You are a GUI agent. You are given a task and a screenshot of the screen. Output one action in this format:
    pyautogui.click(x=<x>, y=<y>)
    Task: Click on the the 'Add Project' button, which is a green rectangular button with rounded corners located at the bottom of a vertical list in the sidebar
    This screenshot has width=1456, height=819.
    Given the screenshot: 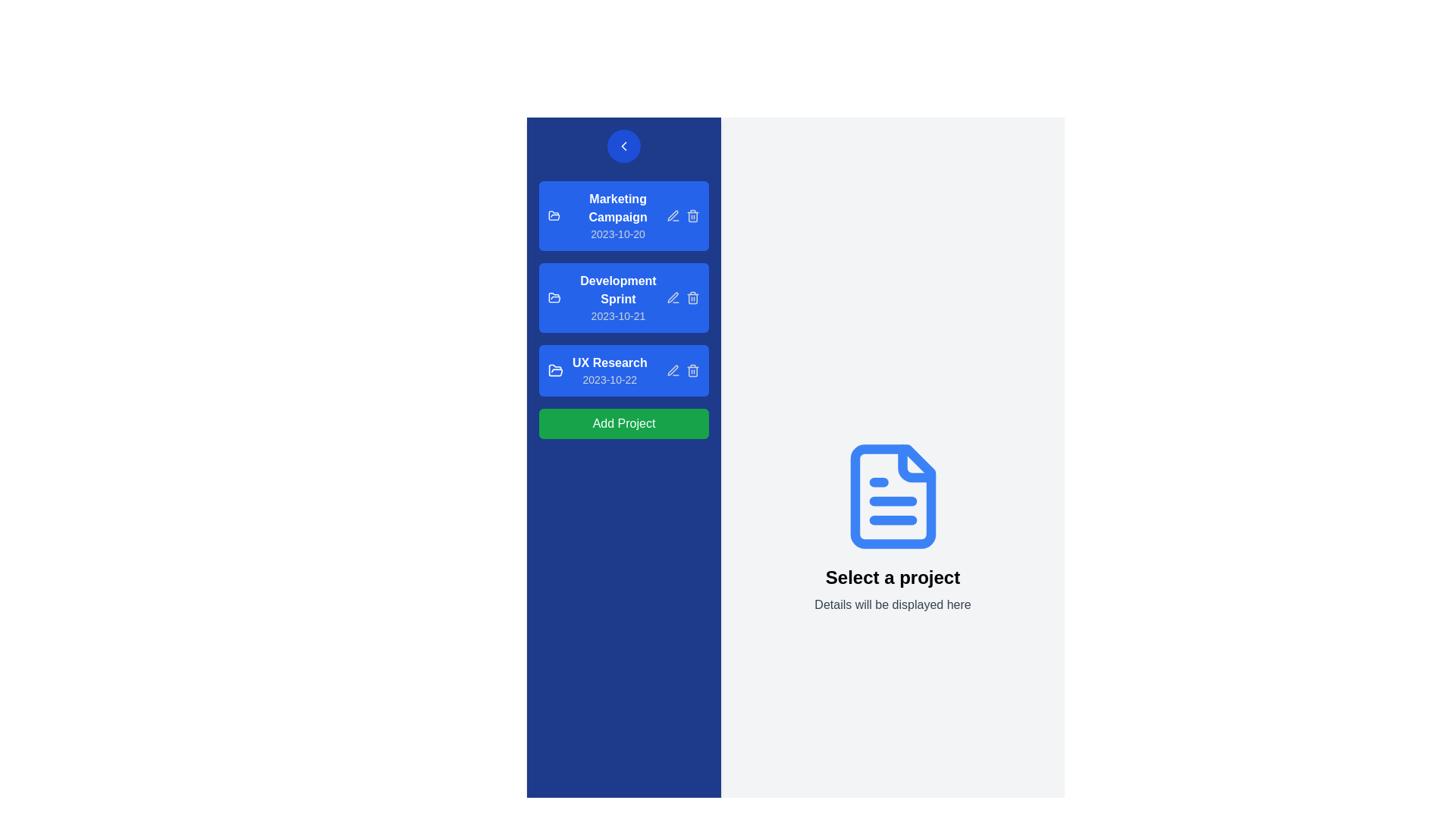 What is the action you would take?
    pyautogui.click(x=623, y=424)
    